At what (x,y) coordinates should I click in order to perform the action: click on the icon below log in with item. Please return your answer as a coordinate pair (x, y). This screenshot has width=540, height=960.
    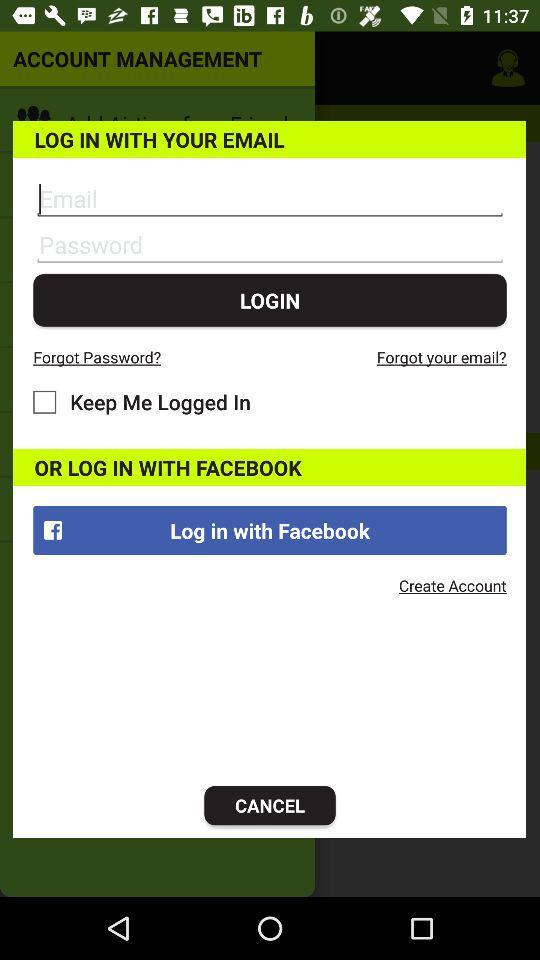
    Looking at the image, I should click on (452, 585).